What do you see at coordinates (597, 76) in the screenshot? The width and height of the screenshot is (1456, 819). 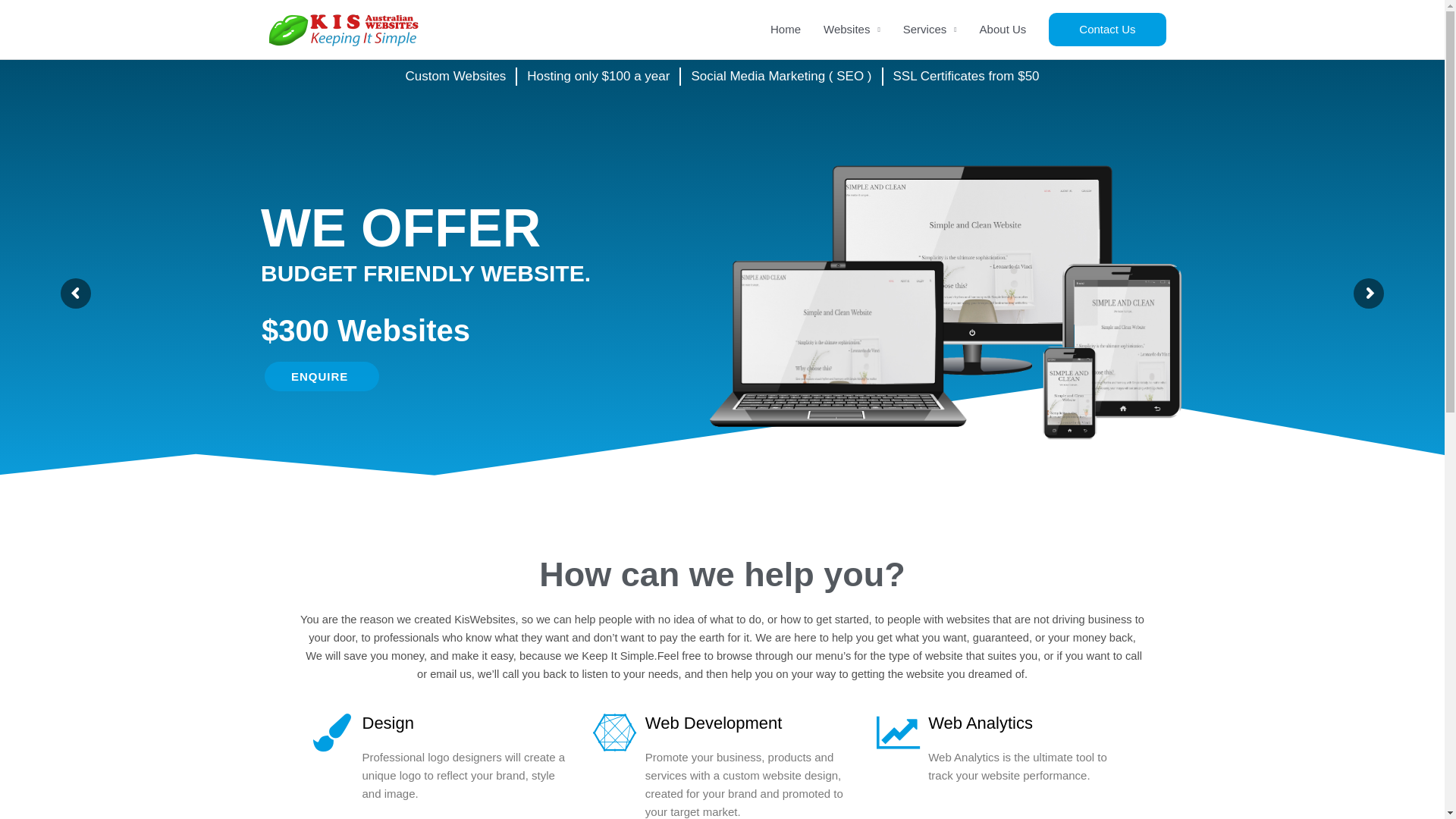 I see `'Hosting only $100 a year'` at bounding box center [597, 76].